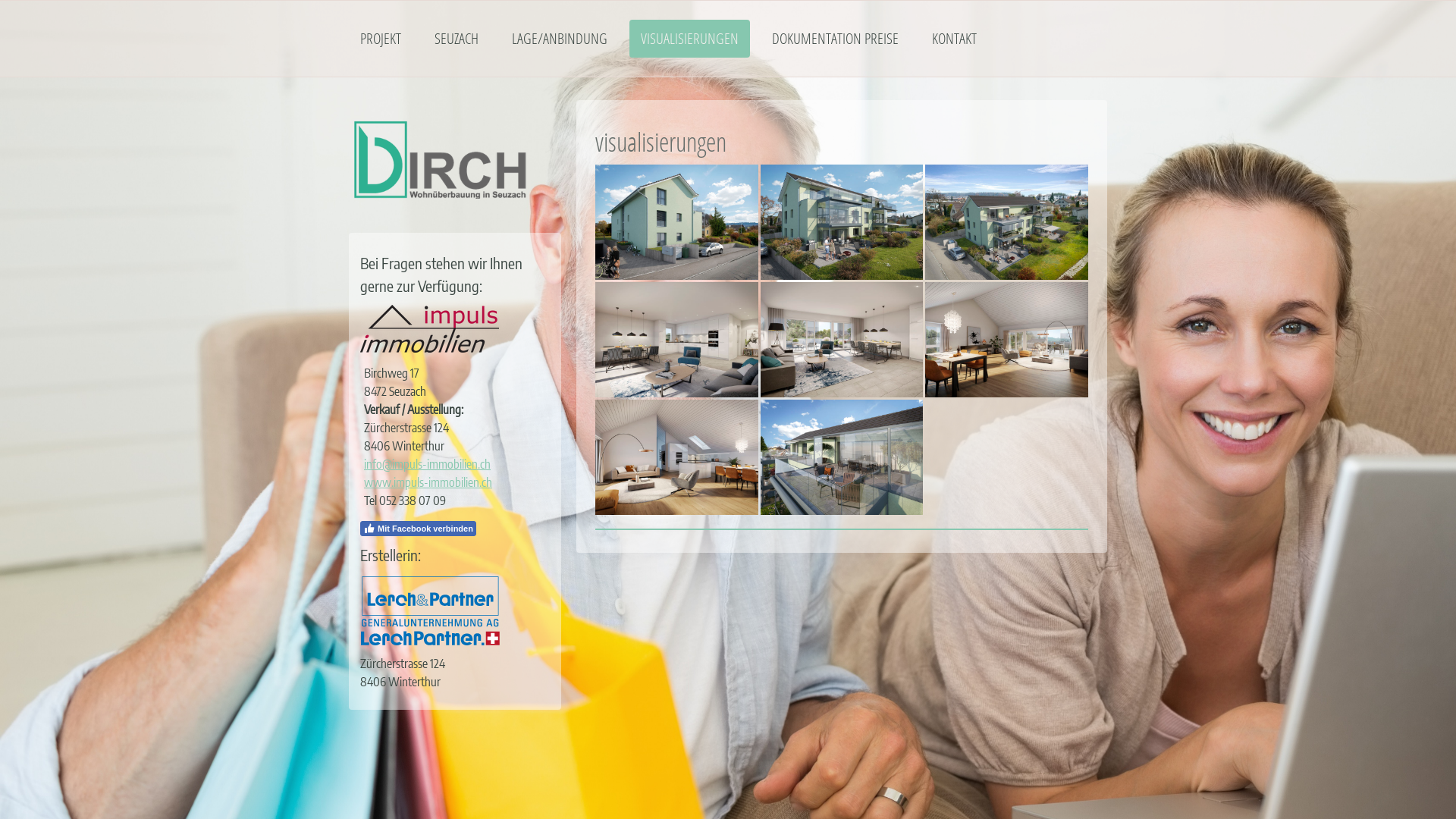 The width and height of the screenshot is (1456, 819). What do you see at coordinates (426, 463) in the screenshot?
I see `'info@impuls-immobilien.ch'` at bounding box center [426, 463].